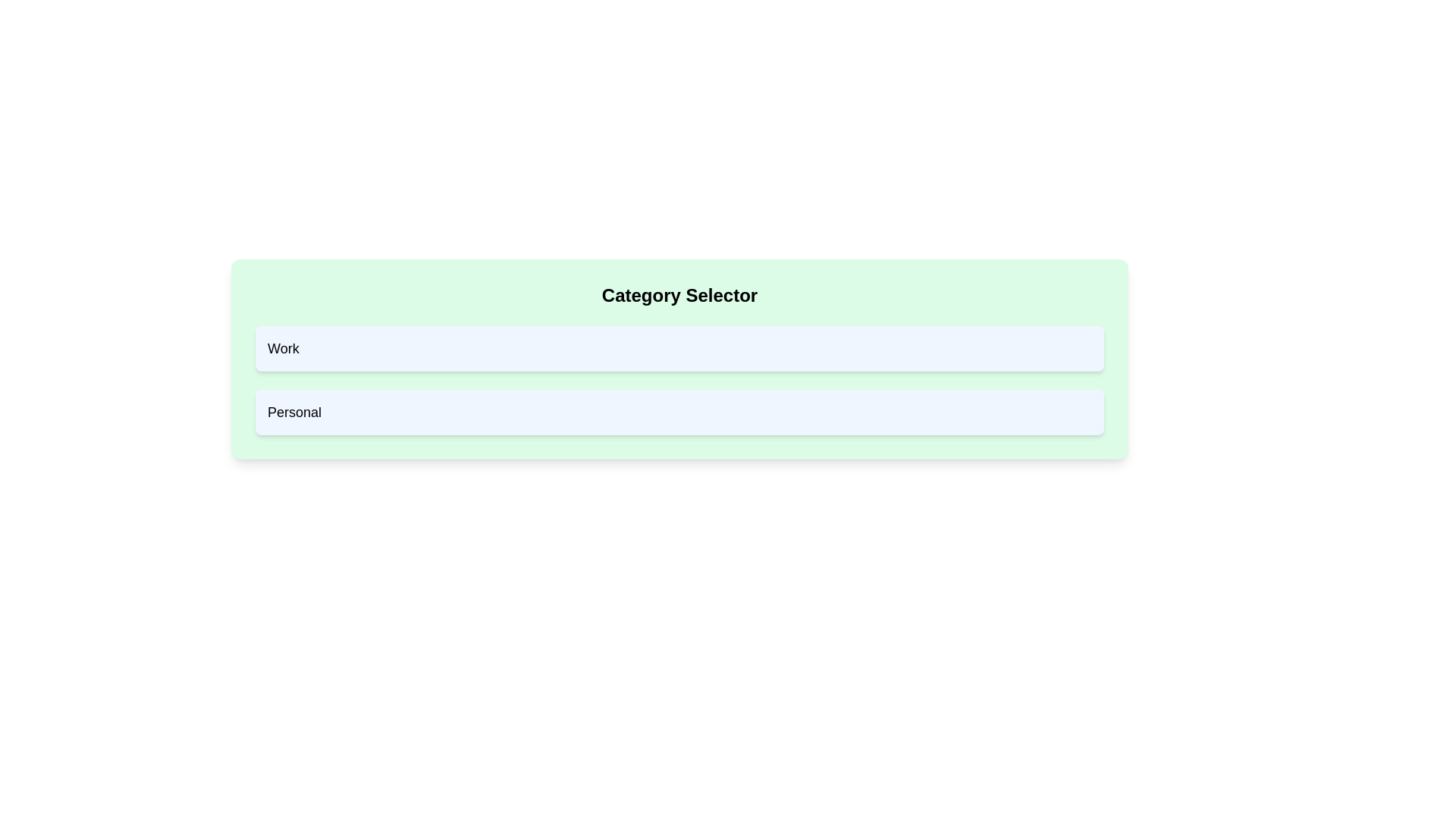  I want to click on the category Personal, so click(679, 412).